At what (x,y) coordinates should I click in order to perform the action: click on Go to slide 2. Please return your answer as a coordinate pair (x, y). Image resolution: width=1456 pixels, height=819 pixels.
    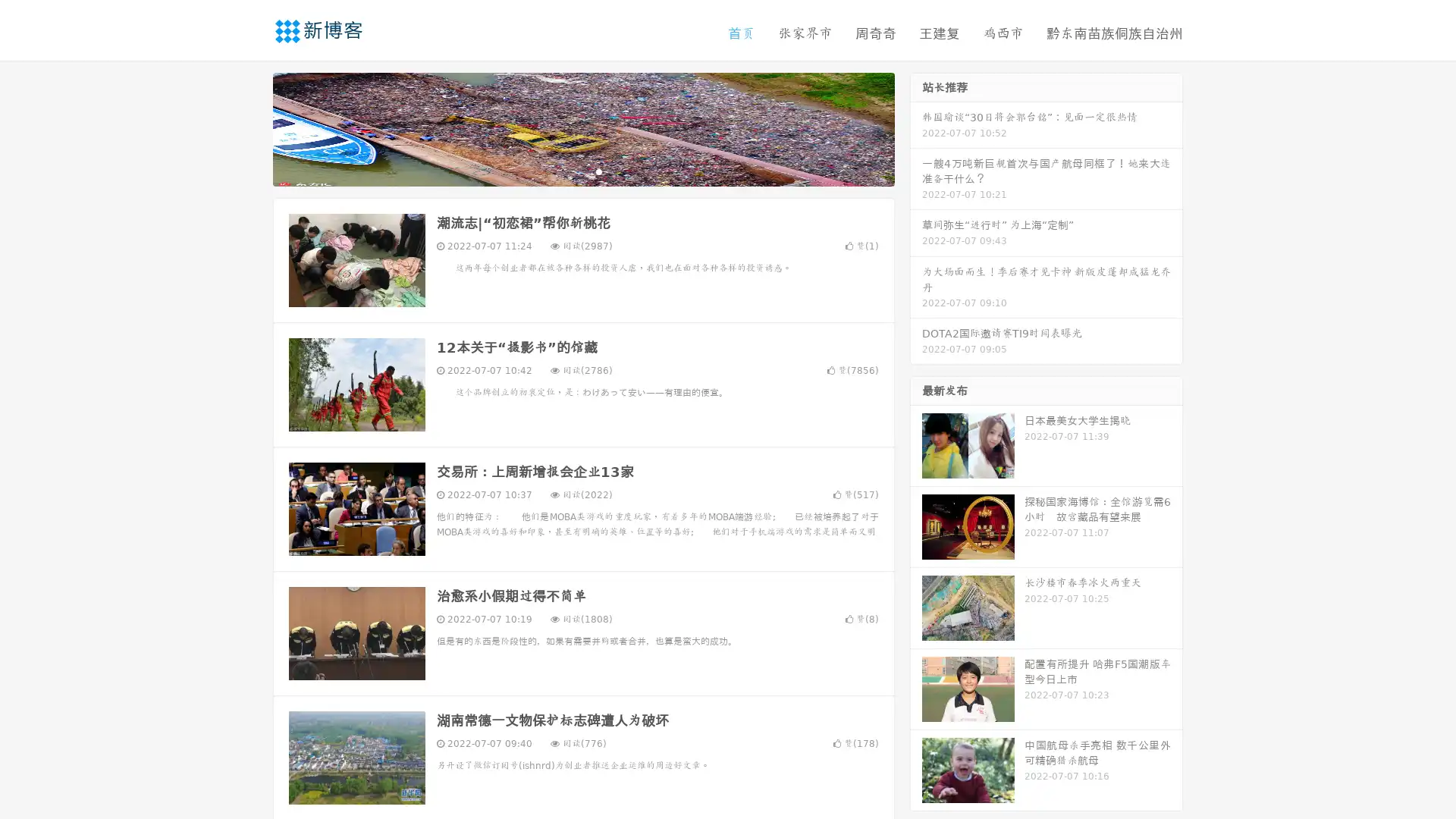
    Looking at the image, I should click on (582, 171).